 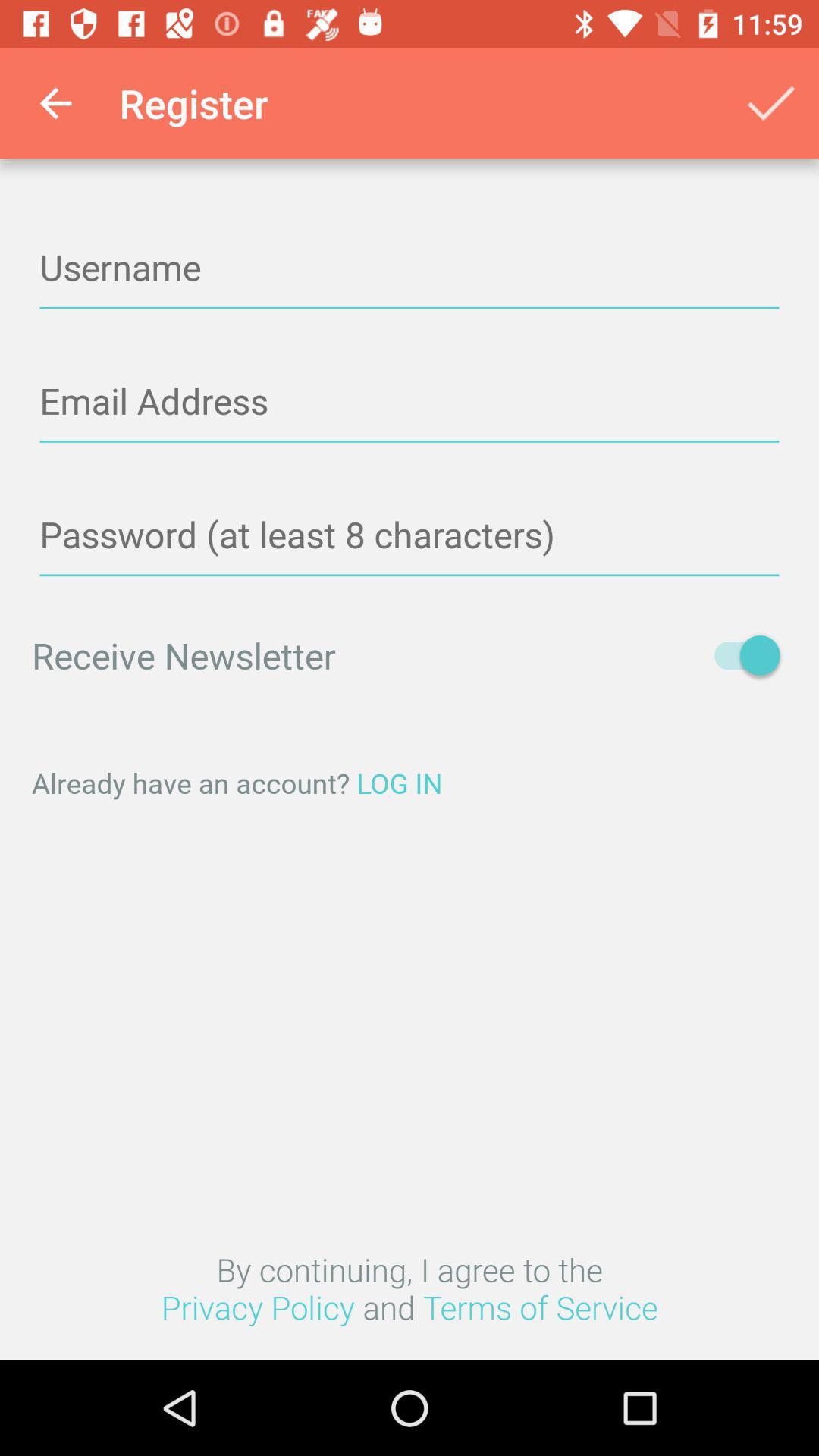 What do you see at coordinates (409, 268) in the screenshot?
I see `username` at bounding box center [409, 268].